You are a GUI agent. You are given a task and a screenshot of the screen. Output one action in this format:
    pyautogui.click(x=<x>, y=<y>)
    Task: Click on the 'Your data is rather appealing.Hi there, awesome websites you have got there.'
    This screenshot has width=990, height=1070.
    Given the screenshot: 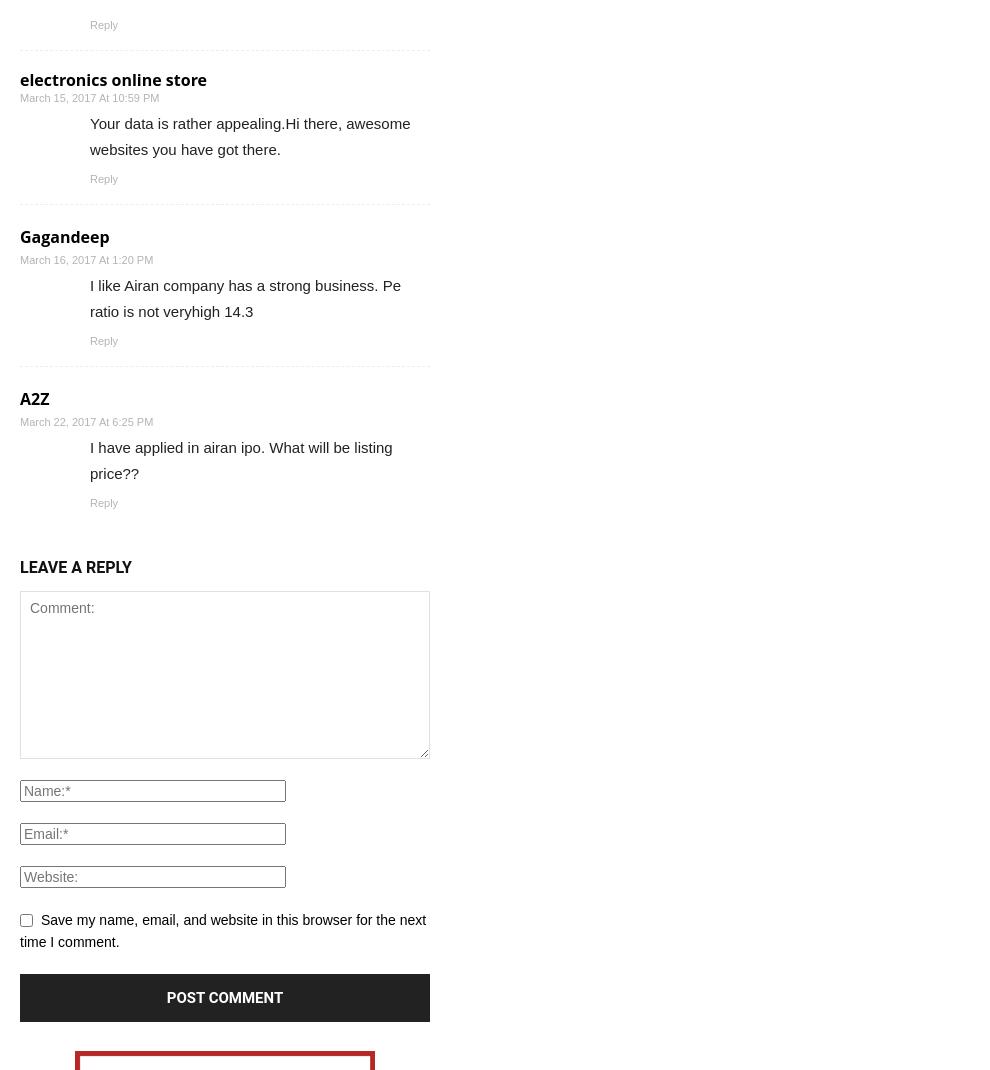 What is the action you would take?
    pyautogui.click(x=249, y=135)
    